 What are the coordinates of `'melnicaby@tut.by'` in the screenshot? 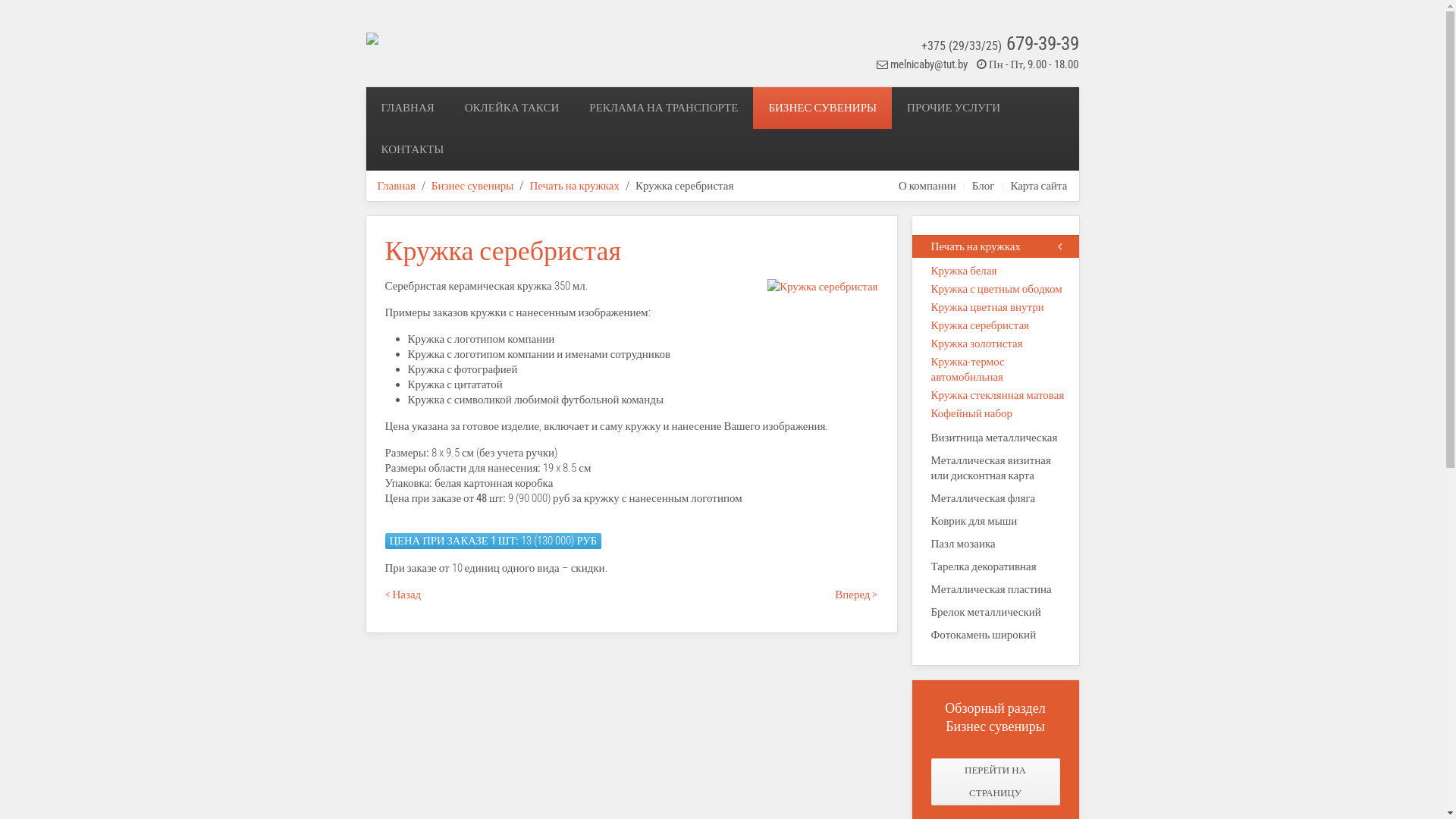 It's located at (927, 63).